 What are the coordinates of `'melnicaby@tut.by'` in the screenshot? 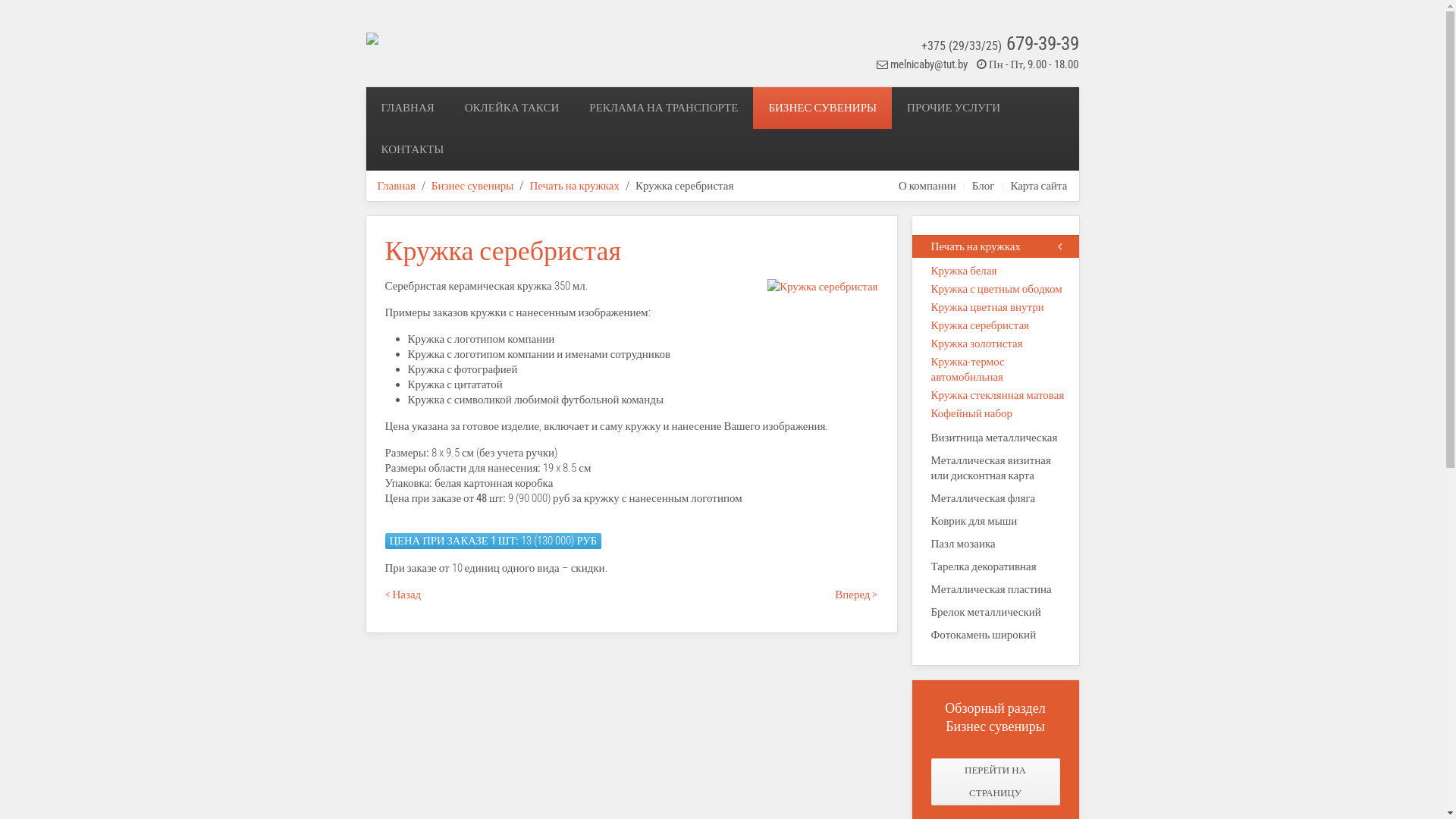 It's located at (927, 63).